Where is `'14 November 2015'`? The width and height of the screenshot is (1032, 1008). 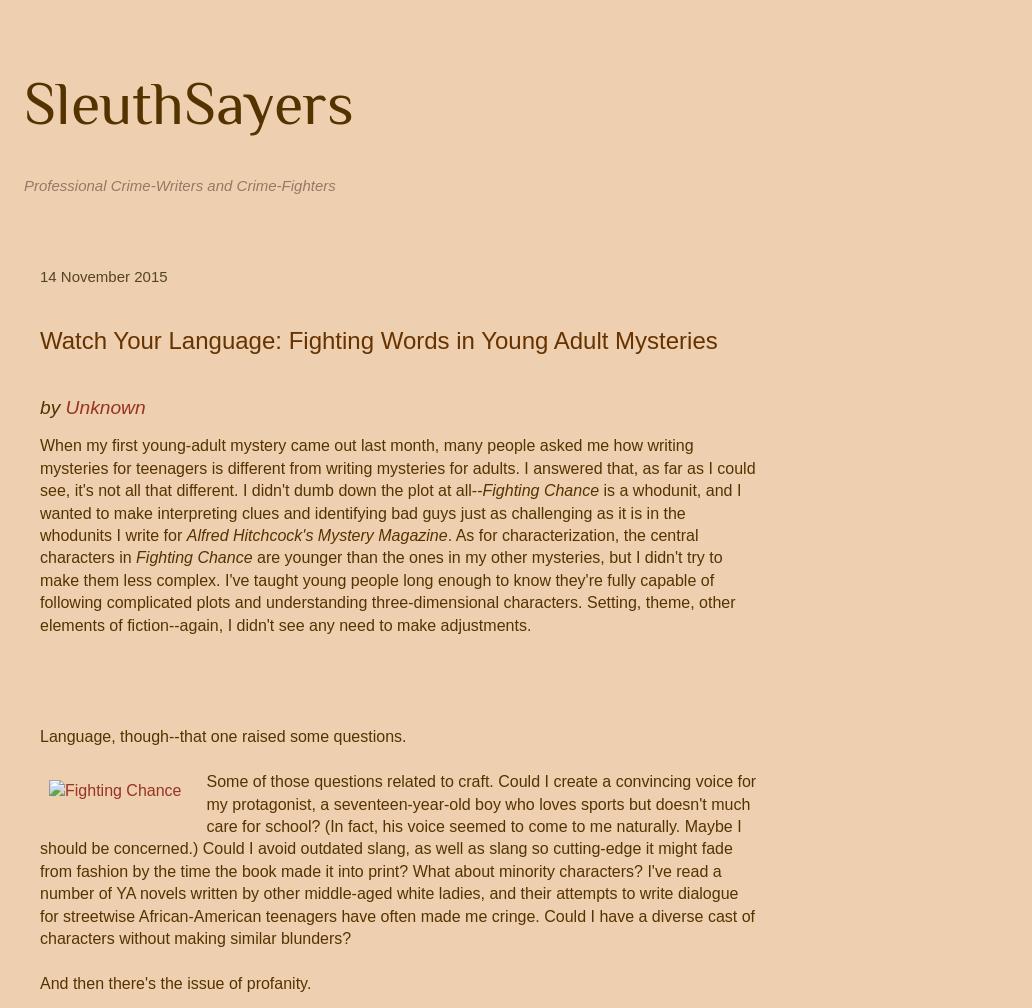 '14 November 2015' is located at coordinates (103, 275).